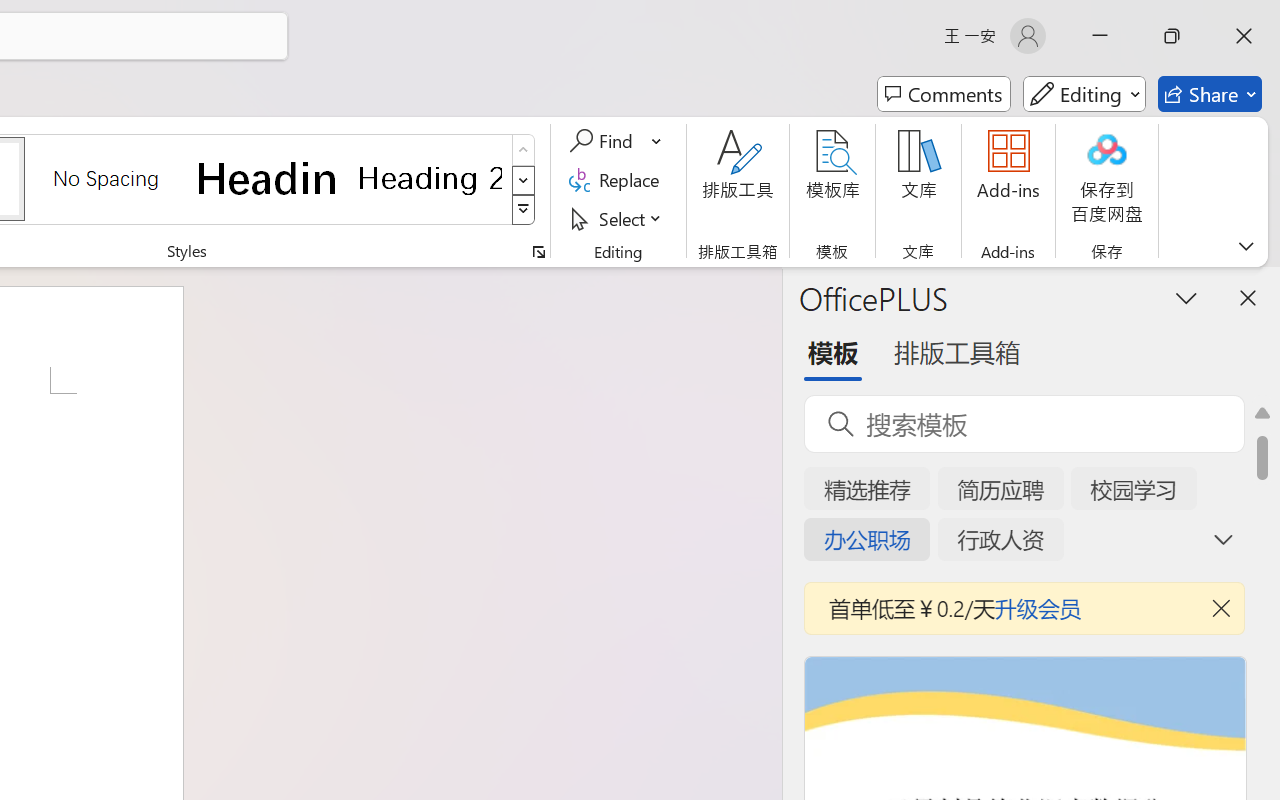 The width and height of the screenshot is (1280, 800). What do you see at coordinates (524, 210) in the screenshot?
I see `'Class: NetUIImage'` at bounding box center [524, 210].